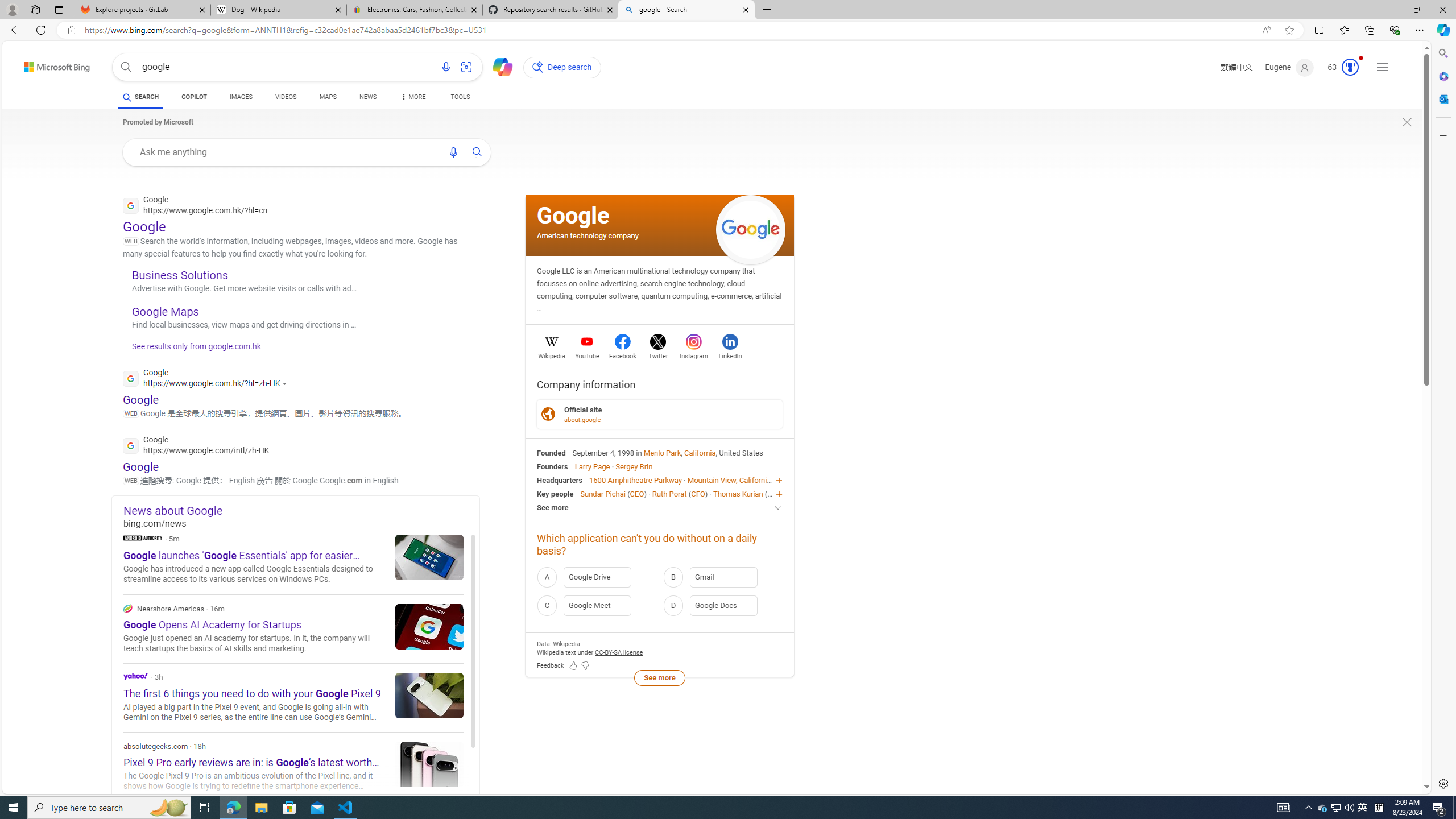 The height and width of the screenshot is (819, 1456). I want to click on 'google - Search', so click(685, 9).